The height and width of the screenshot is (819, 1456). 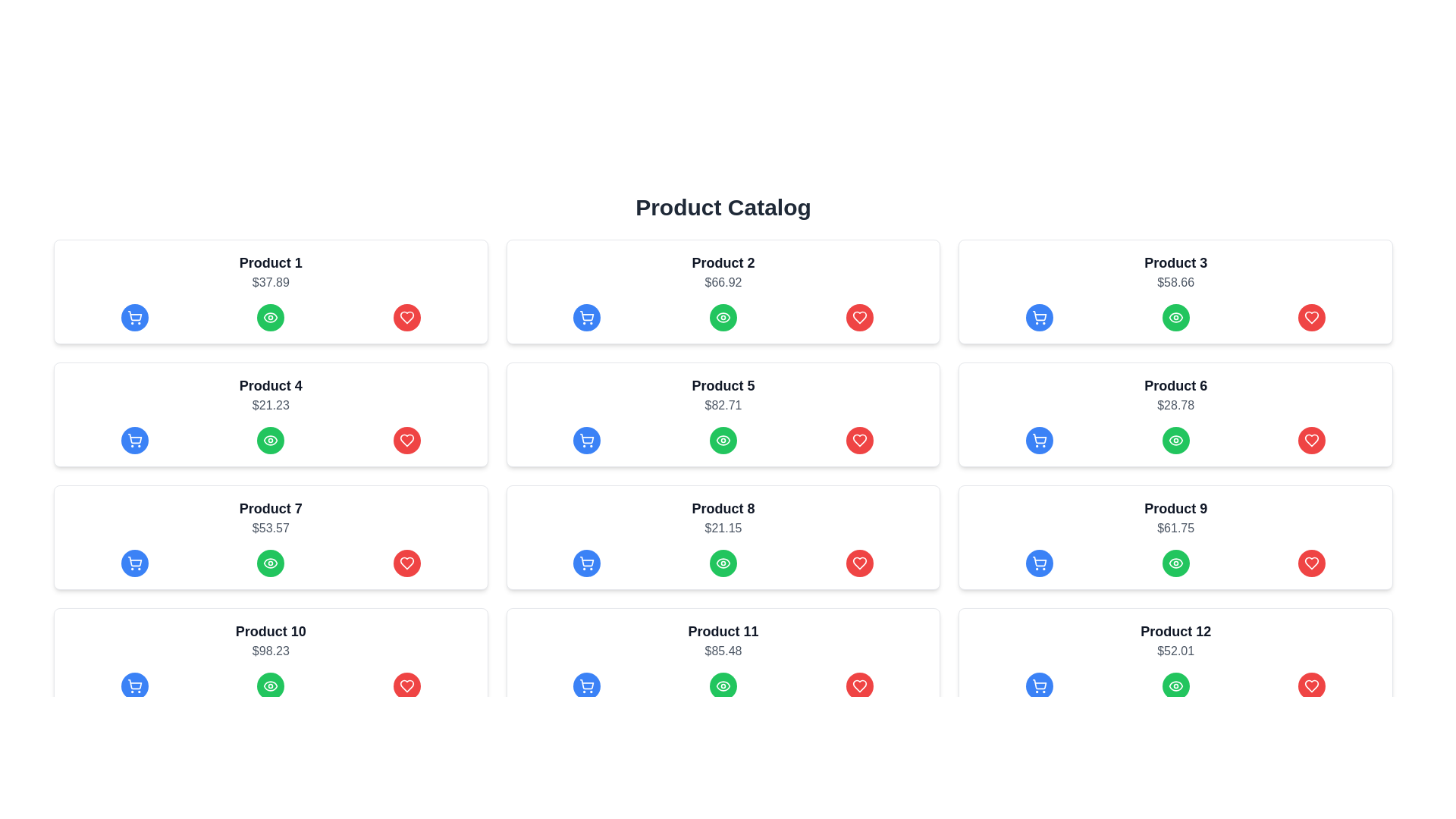 What do you see at coordinates (271, 317) in the screenshot?
I see `the action panel located at the bottom section of the card titled 'Product 1', which includes buttons for adding to cart, viewing product details, and adding to wishlist` at bounding box center [271, 317].